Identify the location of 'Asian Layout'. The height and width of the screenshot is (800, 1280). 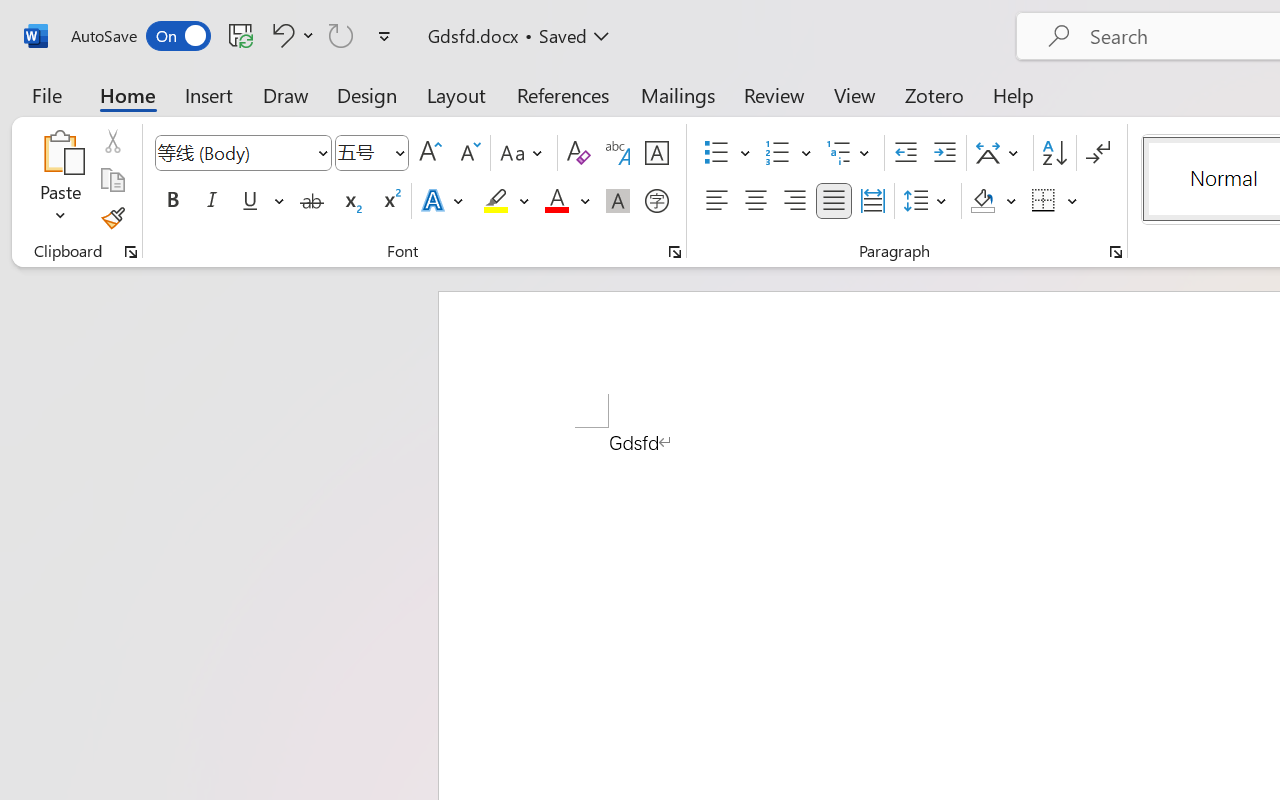
(1000, 153).